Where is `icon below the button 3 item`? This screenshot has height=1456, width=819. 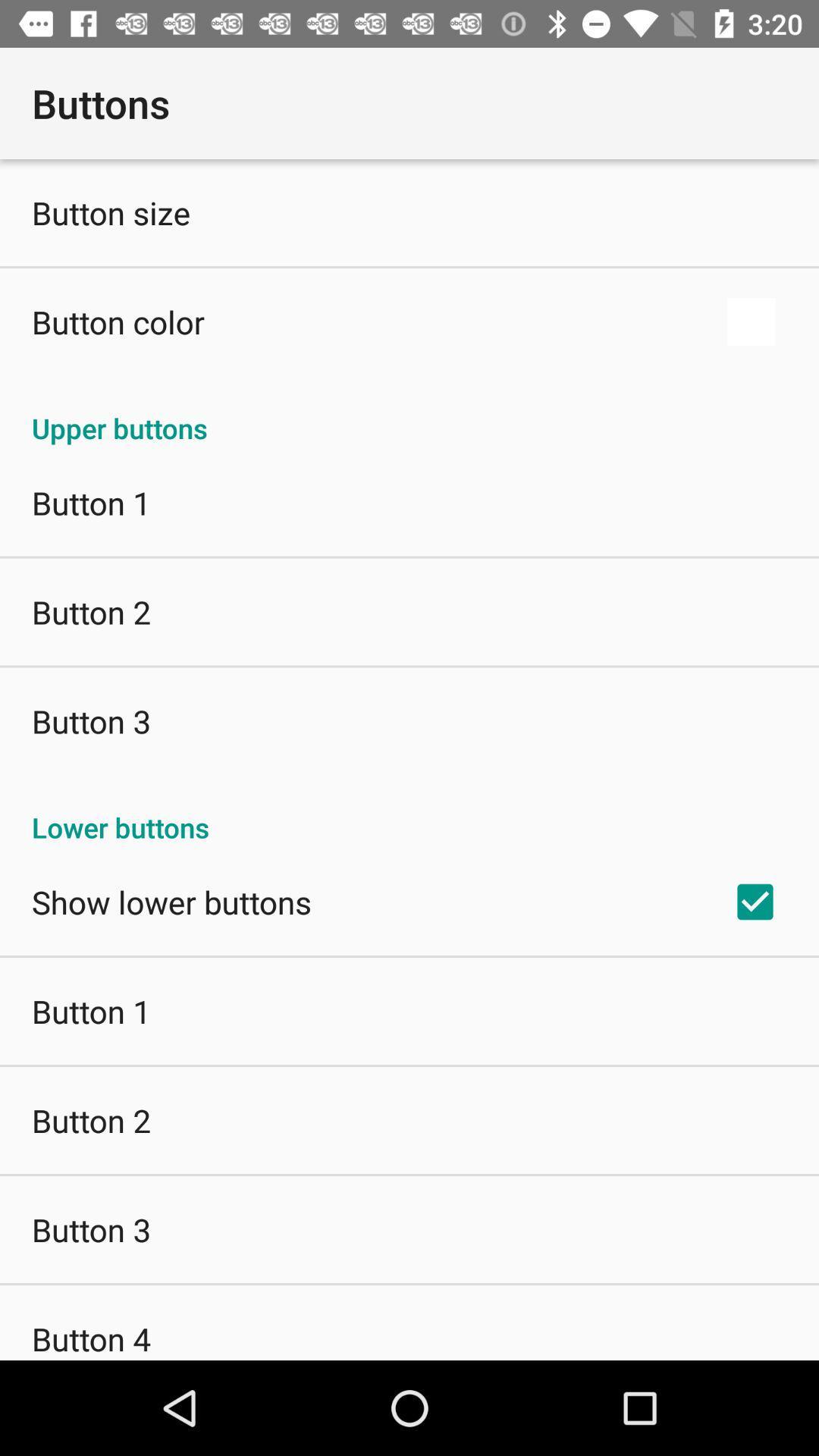
icon below the button 3 item is located at coordinates (91, 1338).